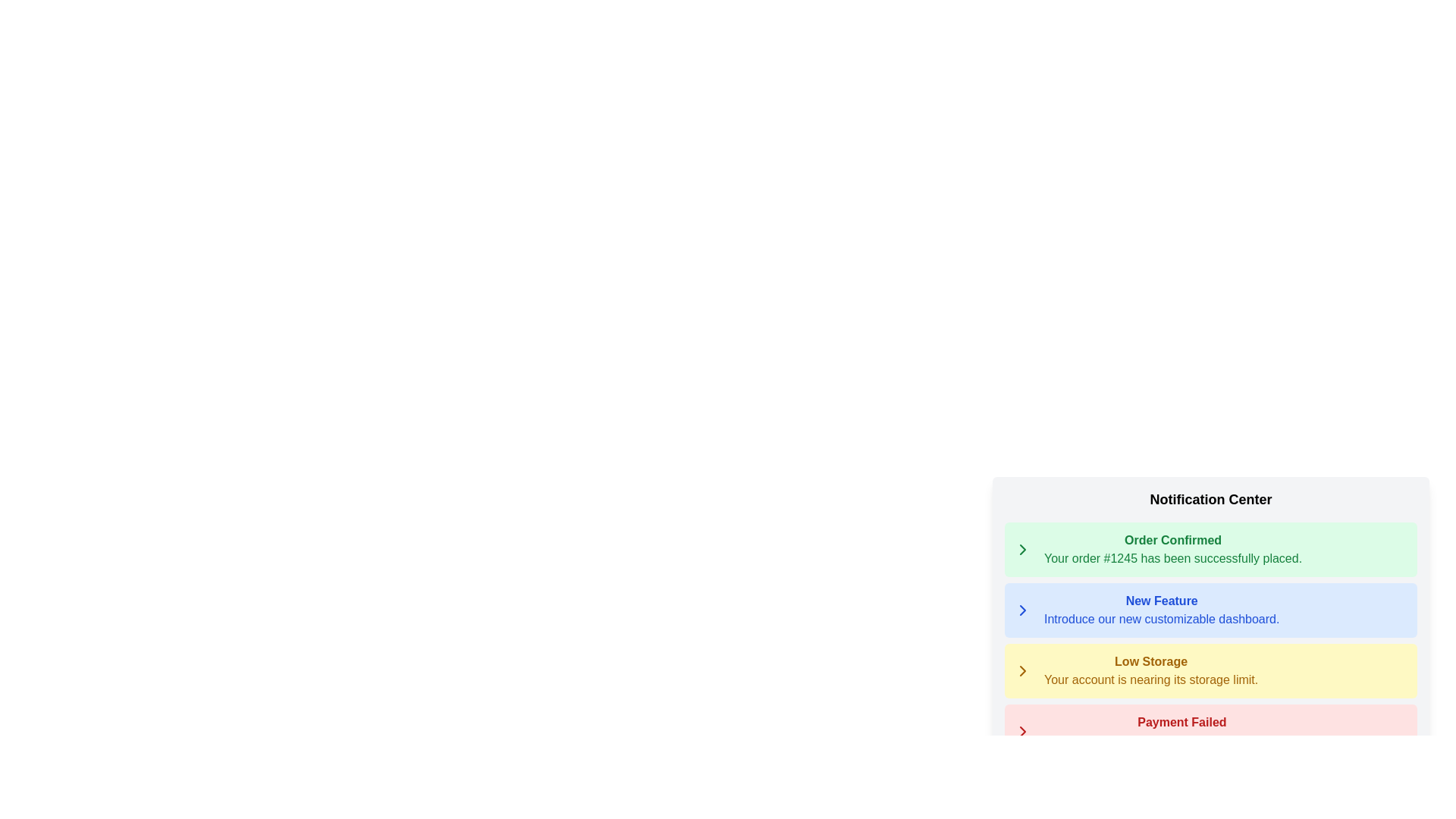 The height and width of the screenshot is (819, 1456). What do you see at coordinates (1151, 670) in the screenshot?
I see `the non-interactive Text Display (Notification Item) that indicates the user's account is running out of storage, located in the Notification Center` at bounding box center [1151, 670].